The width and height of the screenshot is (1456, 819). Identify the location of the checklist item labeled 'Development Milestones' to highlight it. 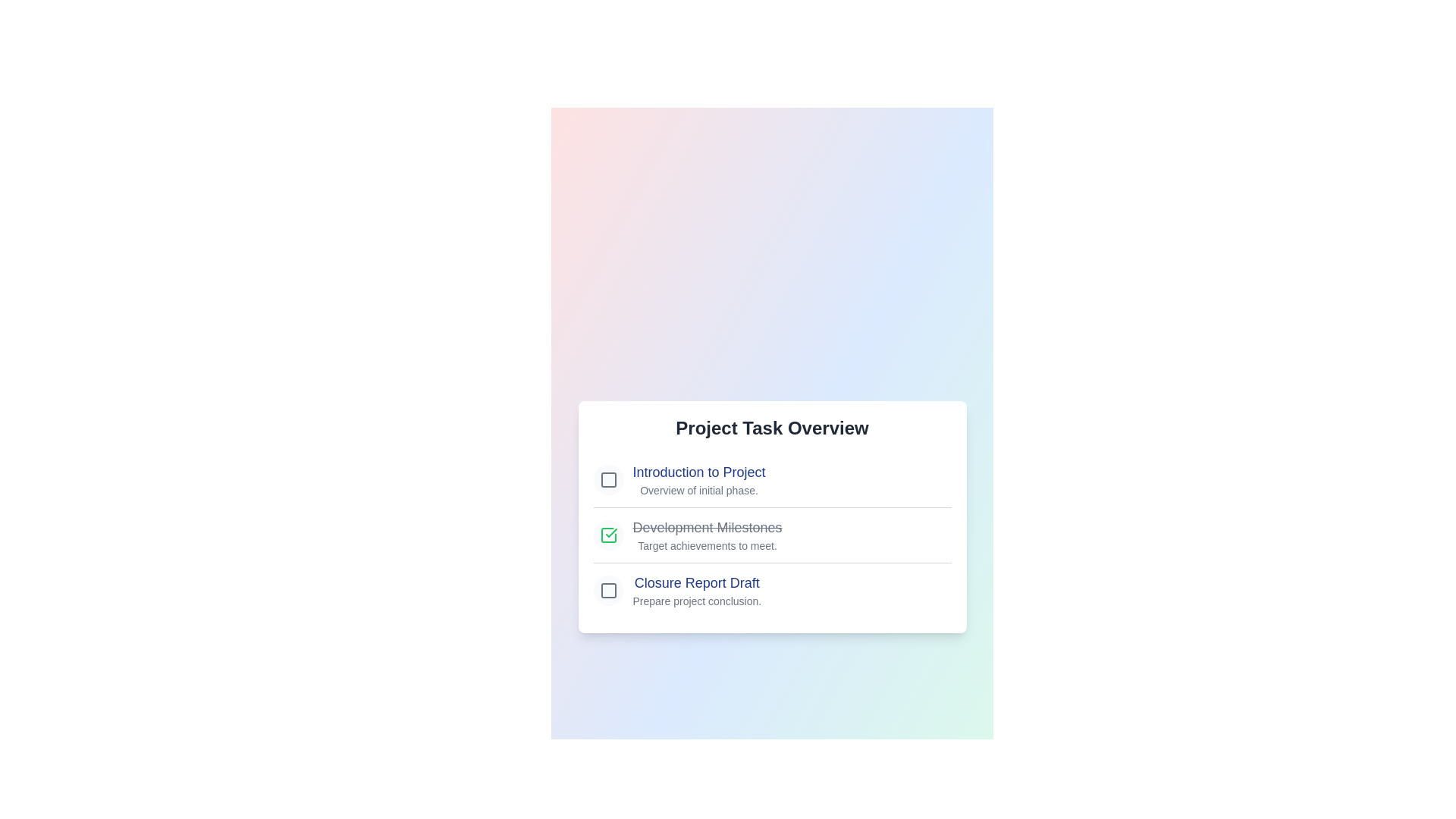
(707, 526).